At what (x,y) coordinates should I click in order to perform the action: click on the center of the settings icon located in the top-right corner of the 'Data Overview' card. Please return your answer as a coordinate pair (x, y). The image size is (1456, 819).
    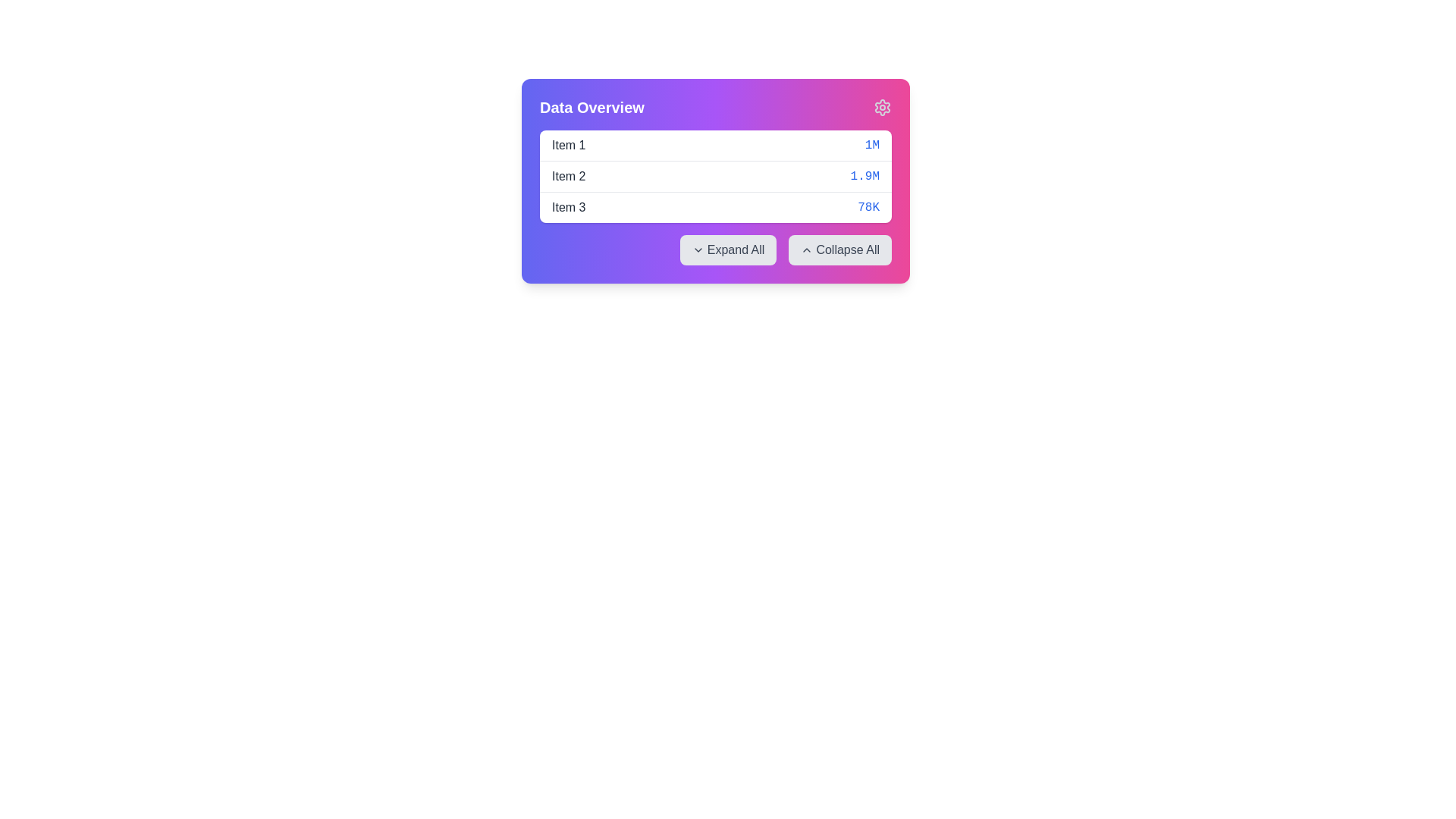
    Looking at the image, I should click on (882, 107).